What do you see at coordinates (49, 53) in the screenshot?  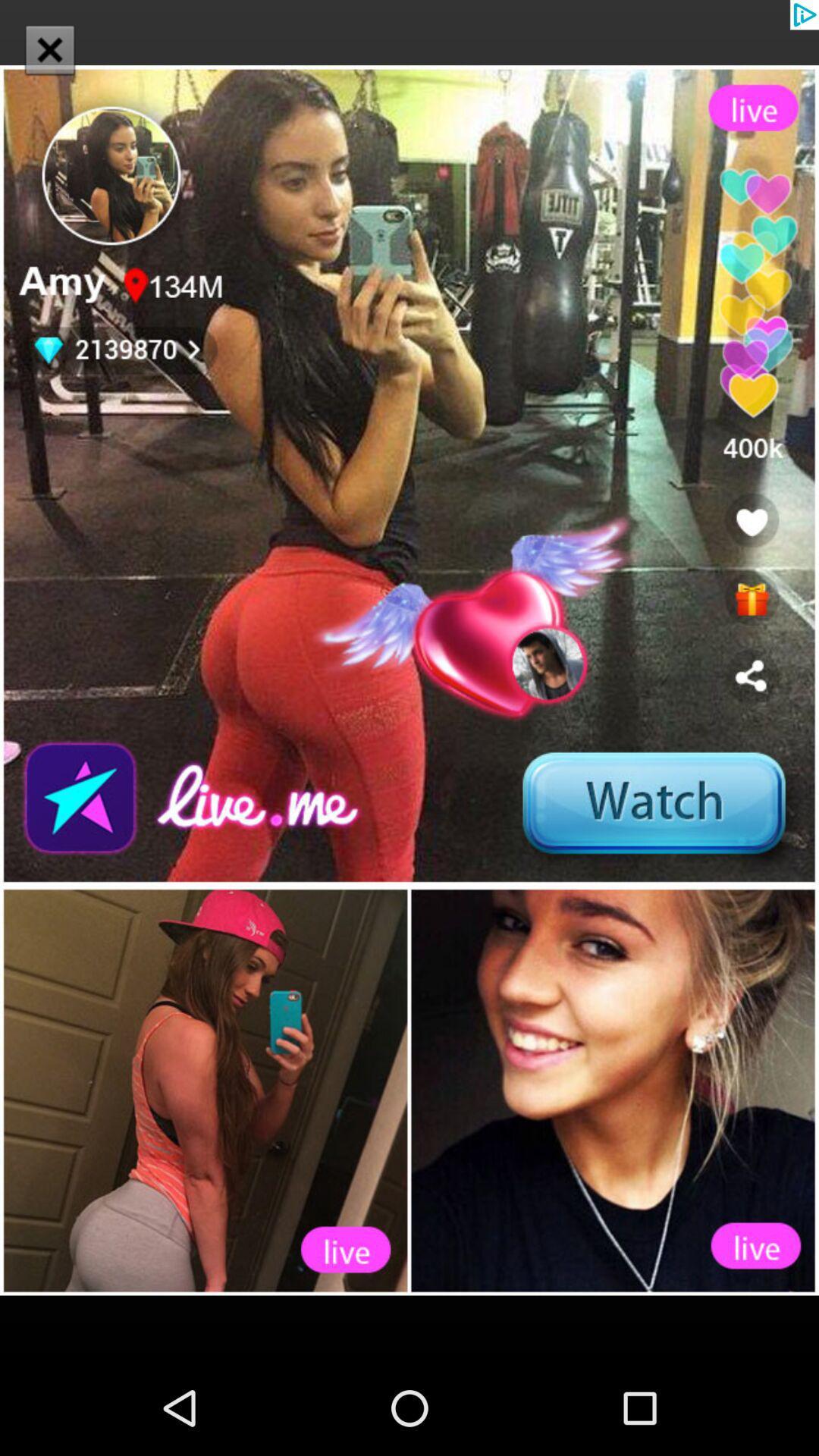 I see `the close icon` at bounding box center [49, 53].